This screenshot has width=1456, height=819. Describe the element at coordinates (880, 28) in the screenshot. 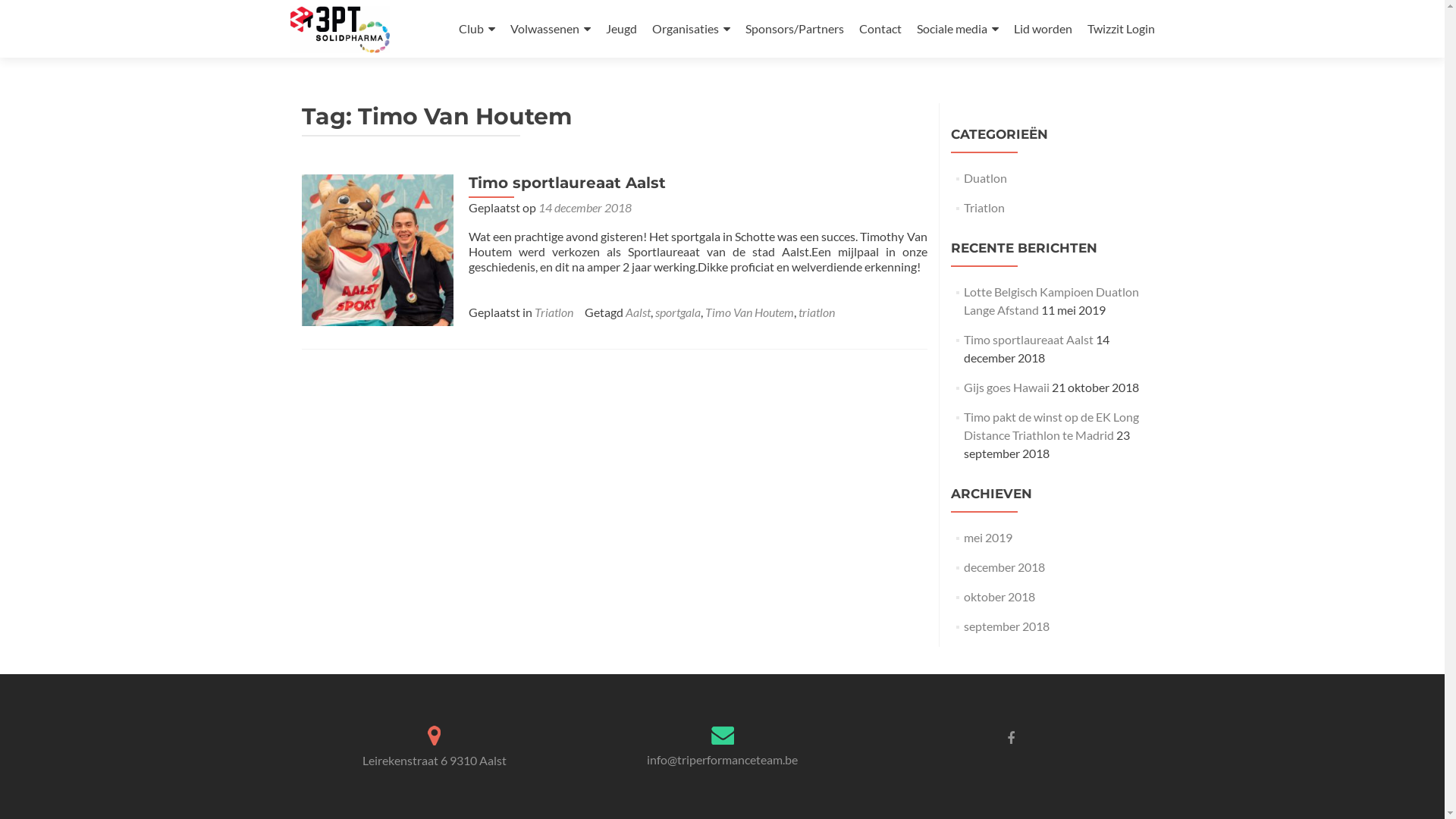

I see `'Contact'` at that location.